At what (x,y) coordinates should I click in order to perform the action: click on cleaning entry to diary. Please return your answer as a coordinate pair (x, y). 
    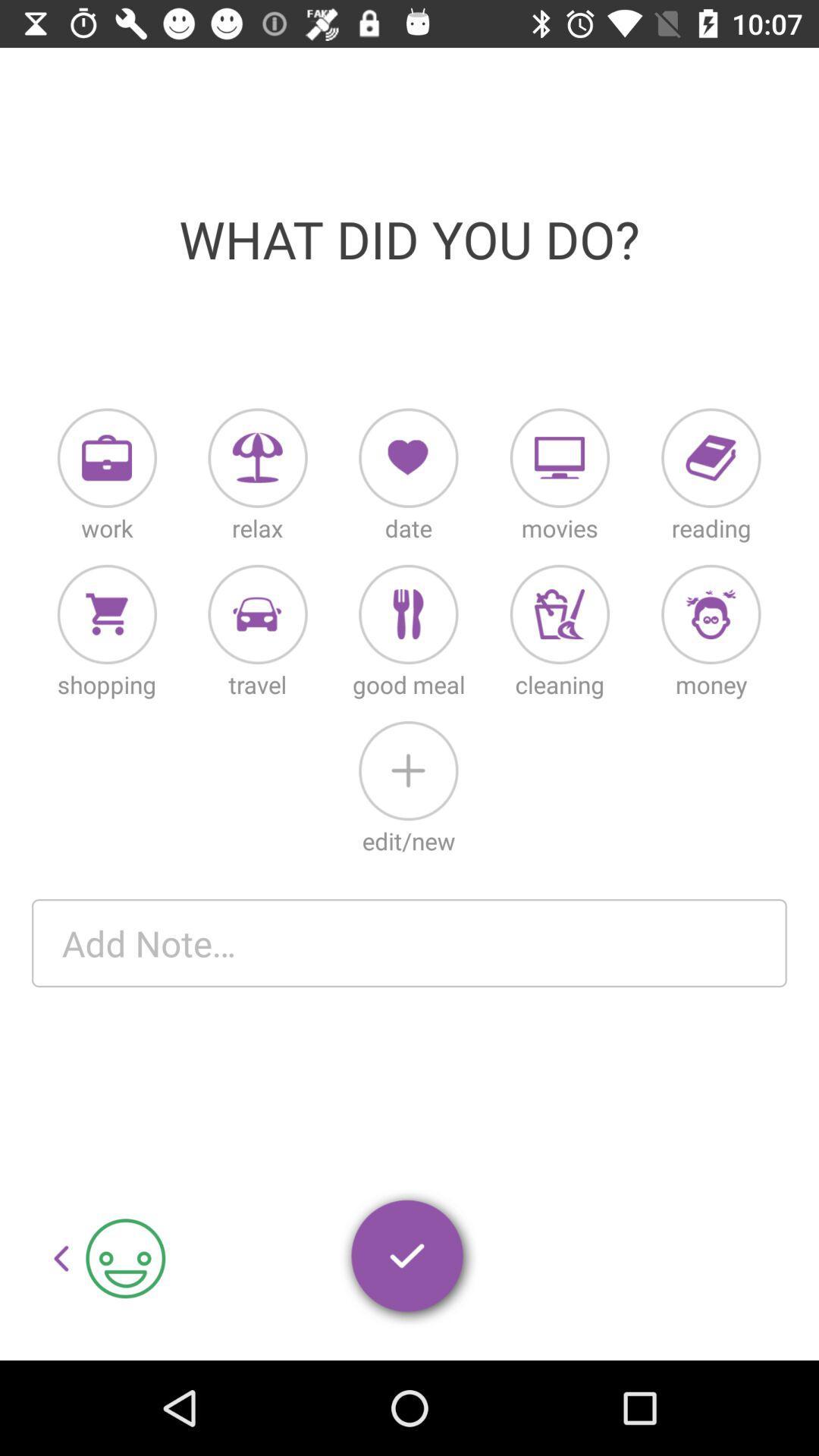
    Looking at the image, I should click on (560, 614).